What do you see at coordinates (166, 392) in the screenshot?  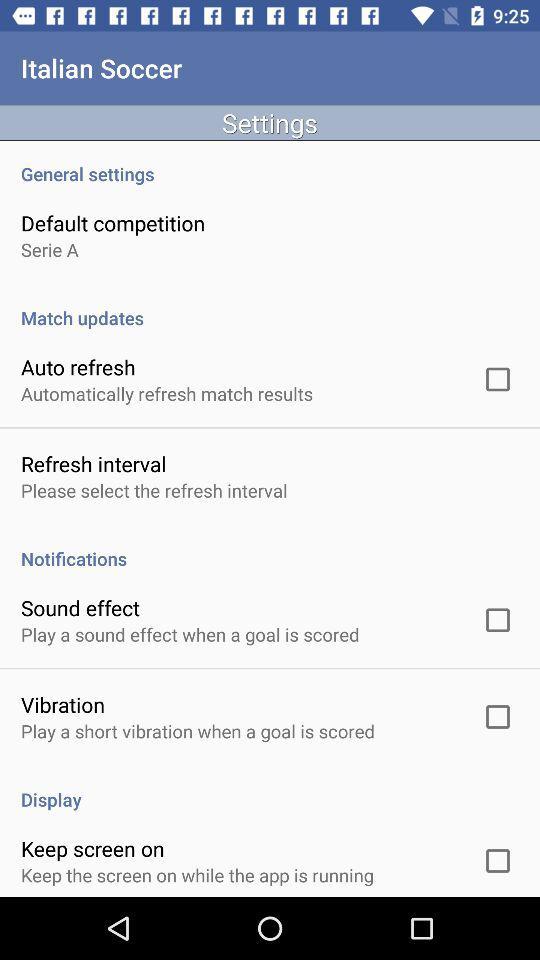 I see `automatically refresh match item` at bounding box center [166, 392].